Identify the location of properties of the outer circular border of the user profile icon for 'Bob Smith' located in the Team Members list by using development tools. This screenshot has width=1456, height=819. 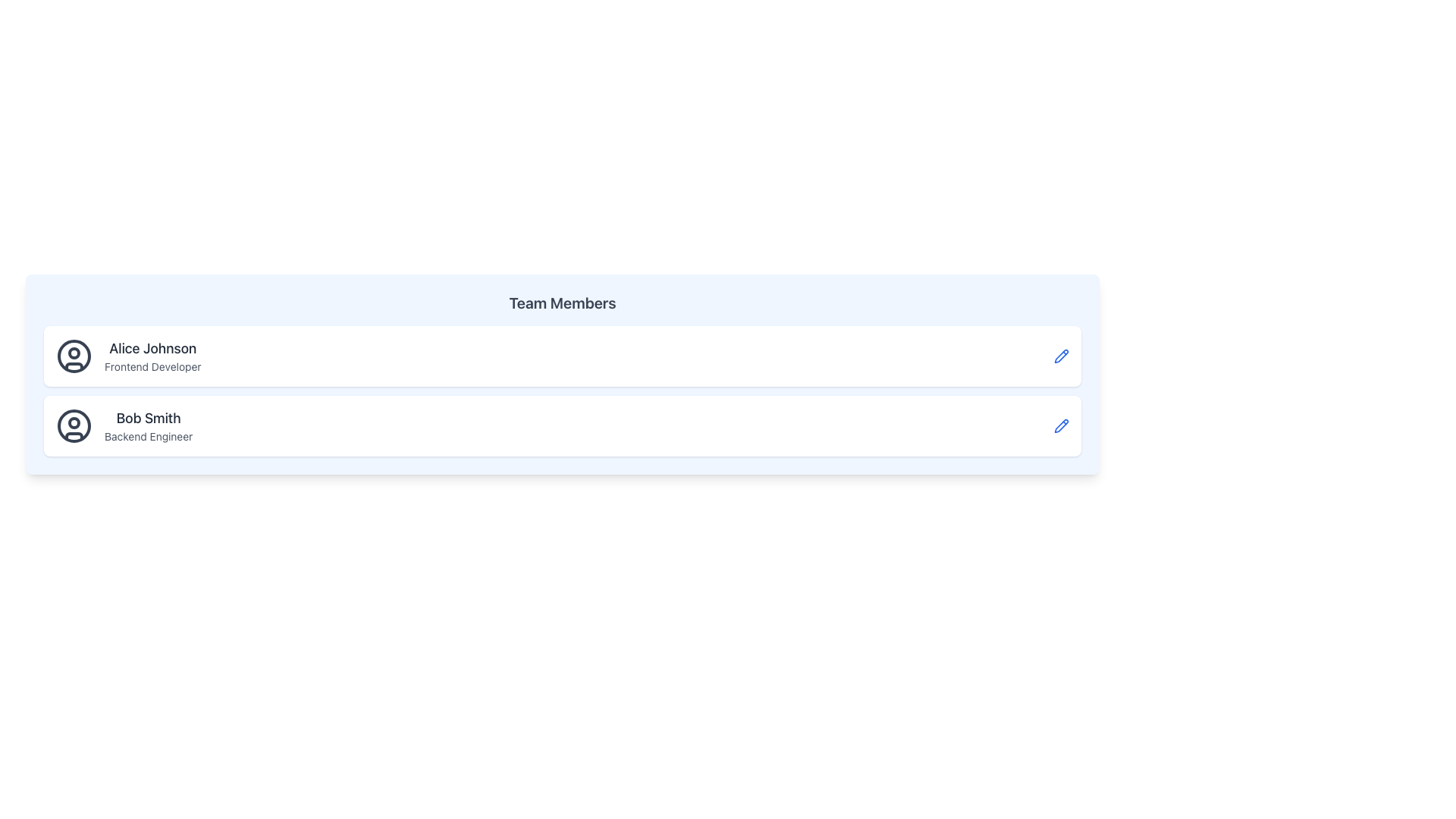
(73, 426).